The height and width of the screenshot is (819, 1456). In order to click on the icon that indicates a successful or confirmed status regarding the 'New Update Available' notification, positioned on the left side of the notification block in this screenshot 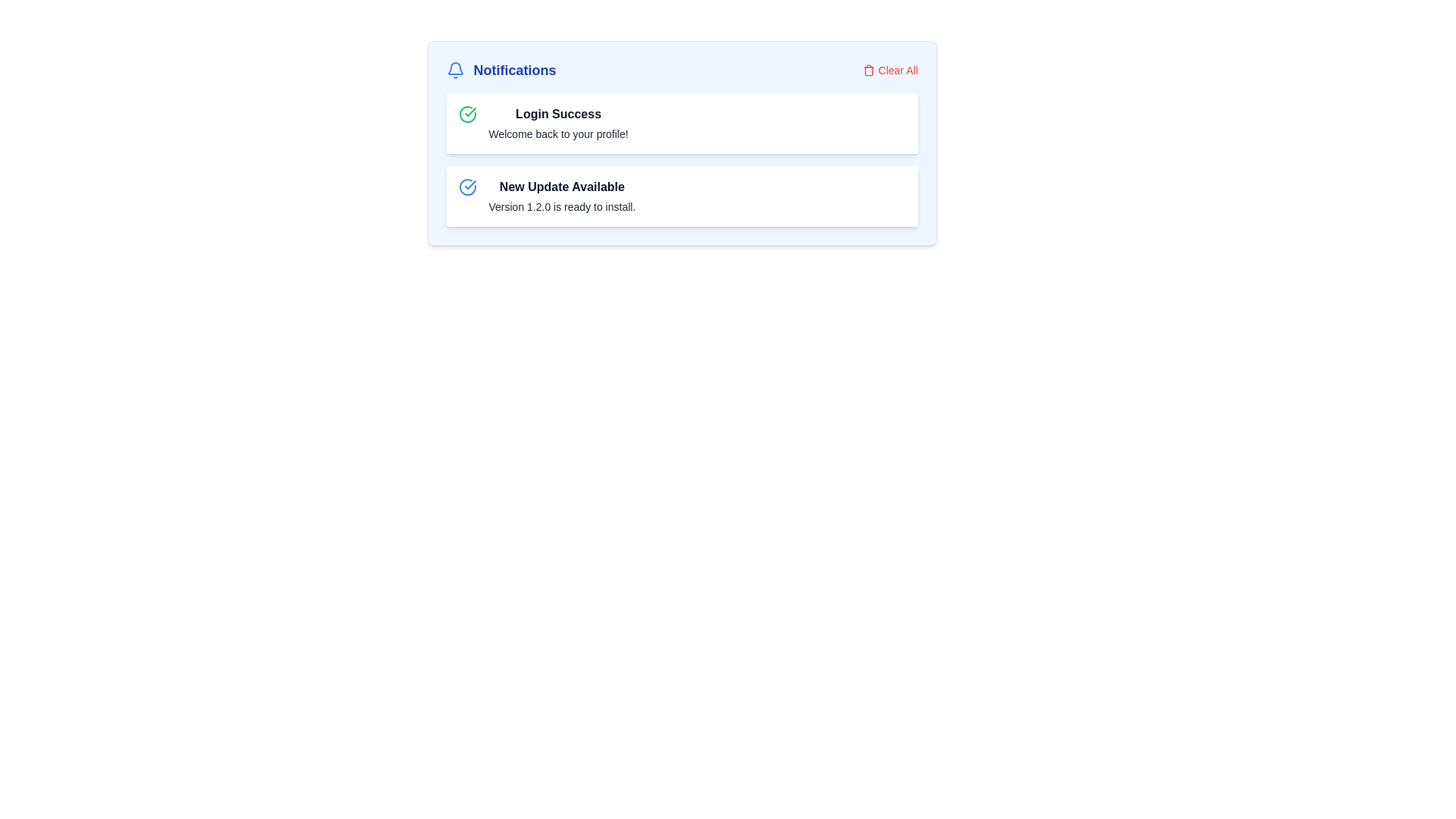, I will do `click(466, 186)`.